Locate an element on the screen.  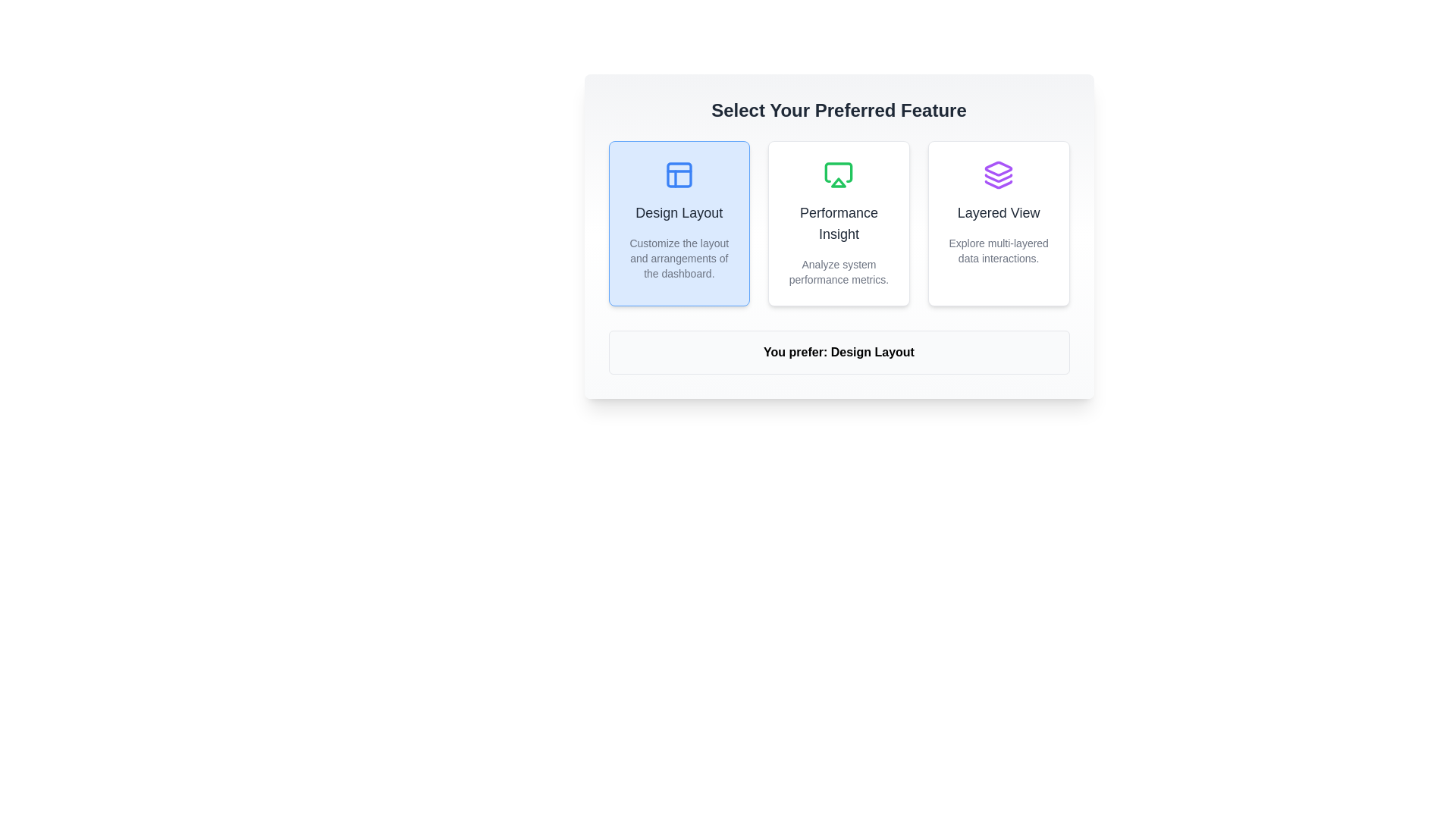
the Feature Card with the title 'Performance Insight' that has a green icon at the top and a white background is located at coordinates (838, 223).